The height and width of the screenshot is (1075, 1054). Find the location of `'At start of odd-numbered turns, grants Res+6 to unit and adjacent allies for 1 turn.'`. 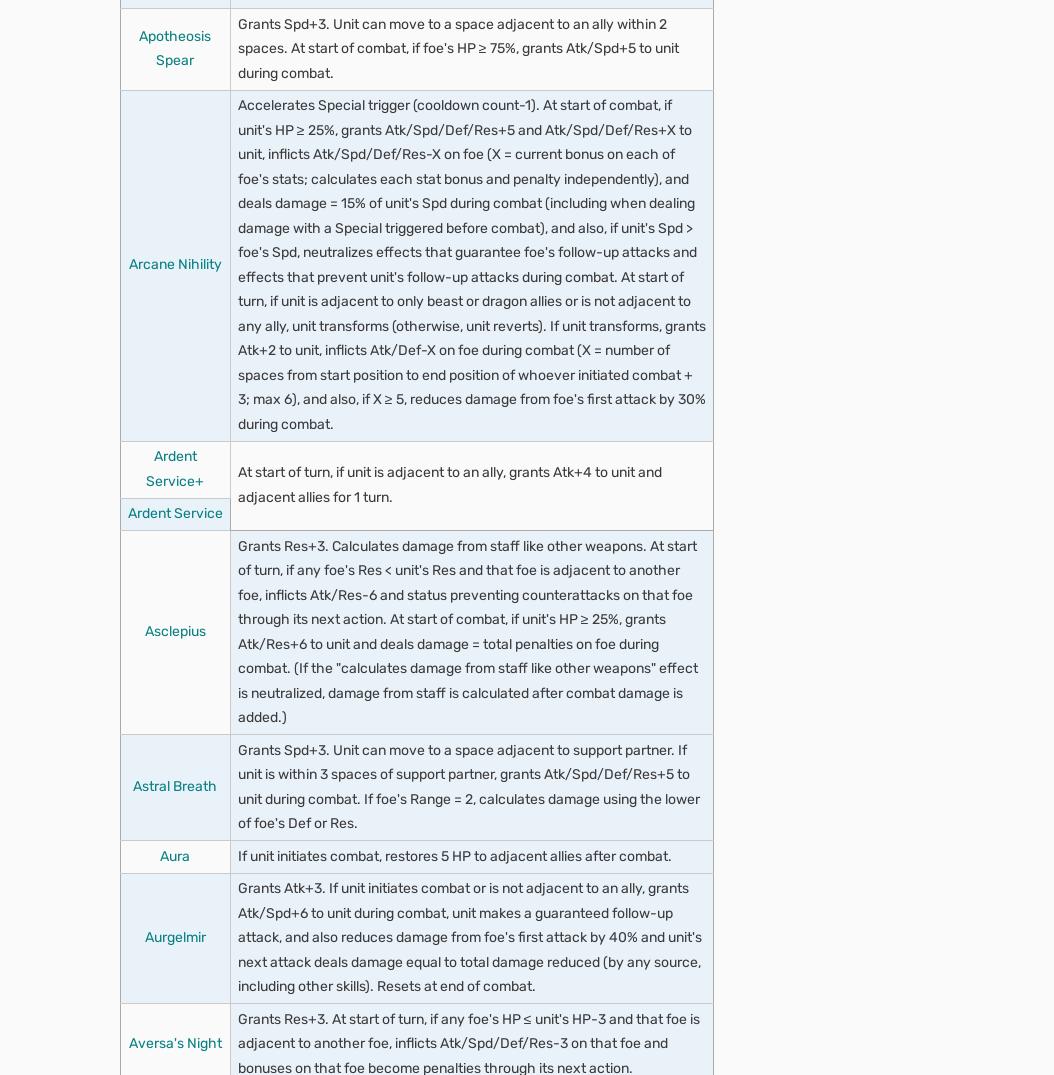

'At start of odd-numbered turns, grants Res+6 to unit and adjacent allies for 1 turn.' is located at coordinates (469, 149).